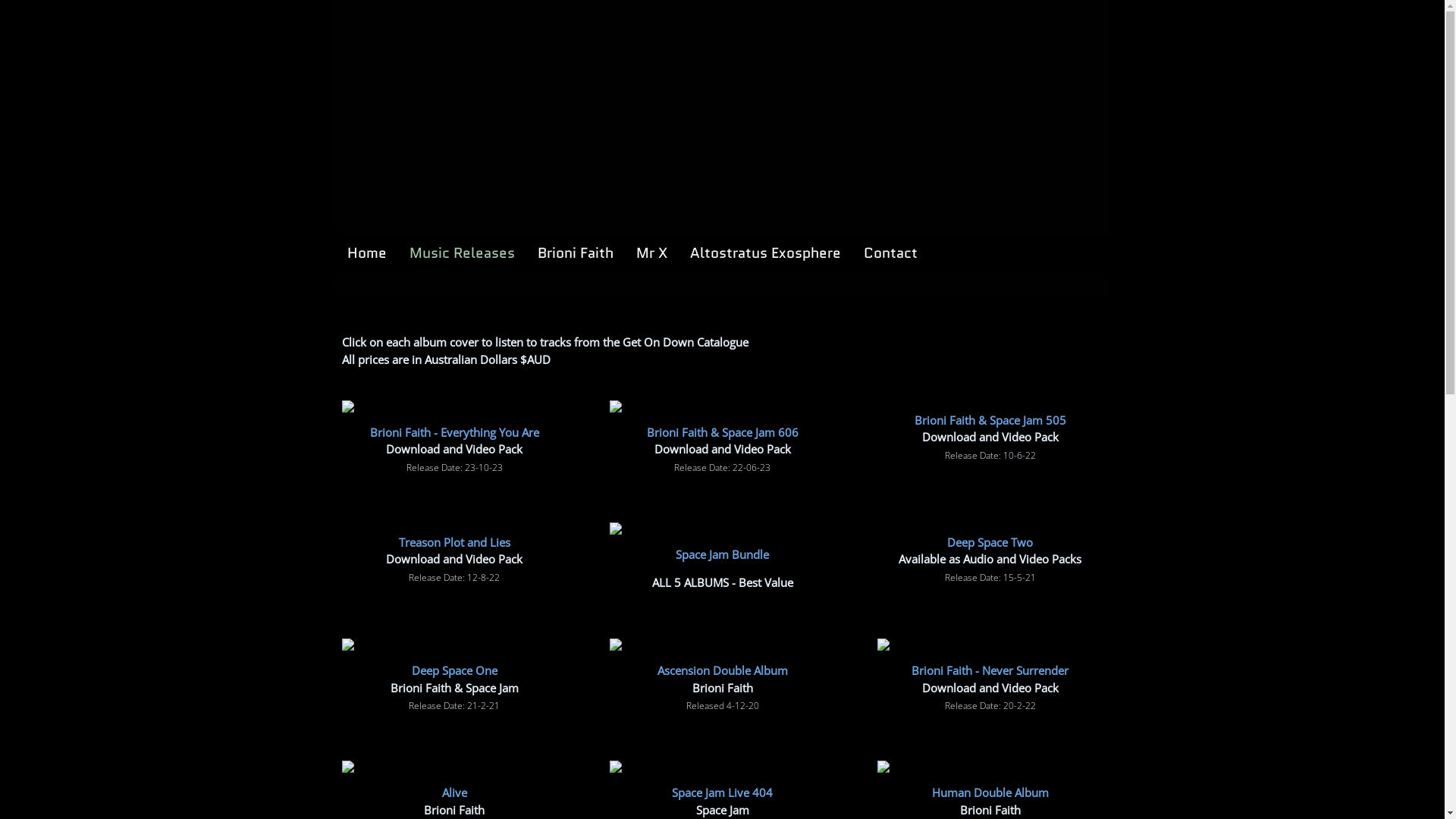 The height and width of the screenshot is (819, 1456). Describe the element at coordinates (990, 792) in the screenshot. I see `'Human Double Album'` at that location.